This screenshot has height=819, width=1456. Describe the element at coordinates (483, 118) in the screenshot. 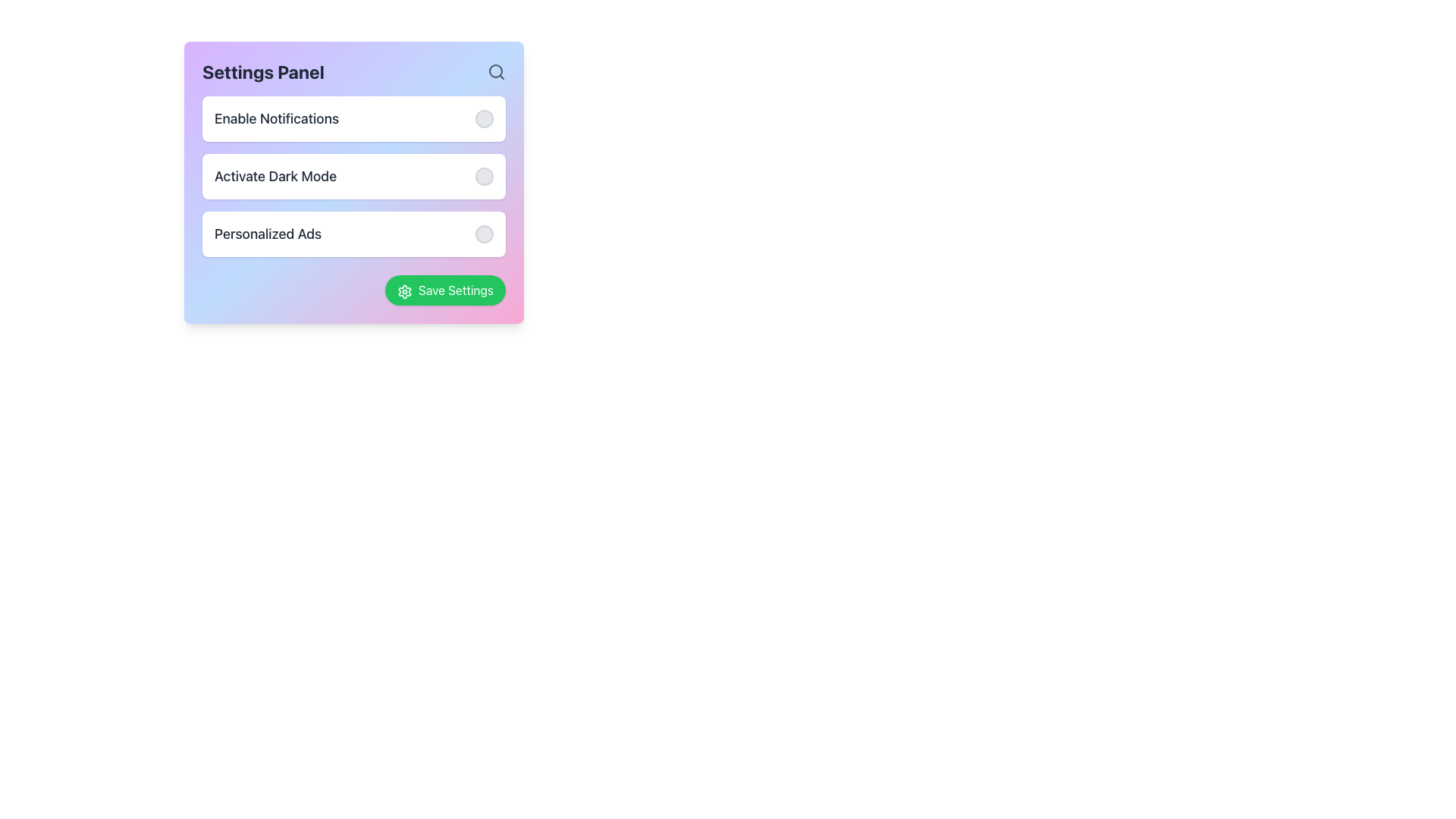

I see `the circular button with a light gray background located to the right of the 'Enable Notifications' label` at that location.